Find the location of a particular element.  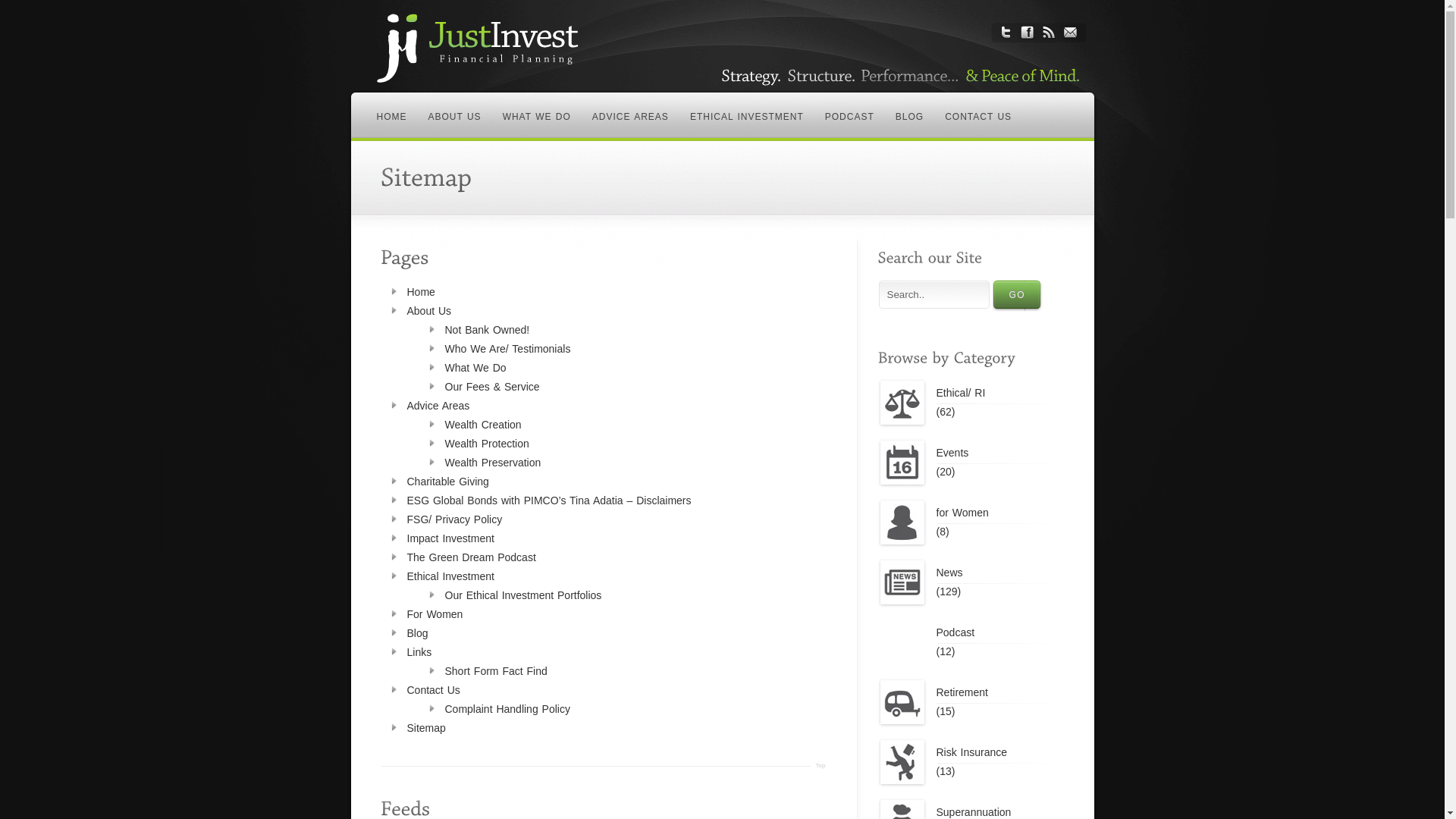

'ADVICE AREAS' is located at coordinates (630, 116).